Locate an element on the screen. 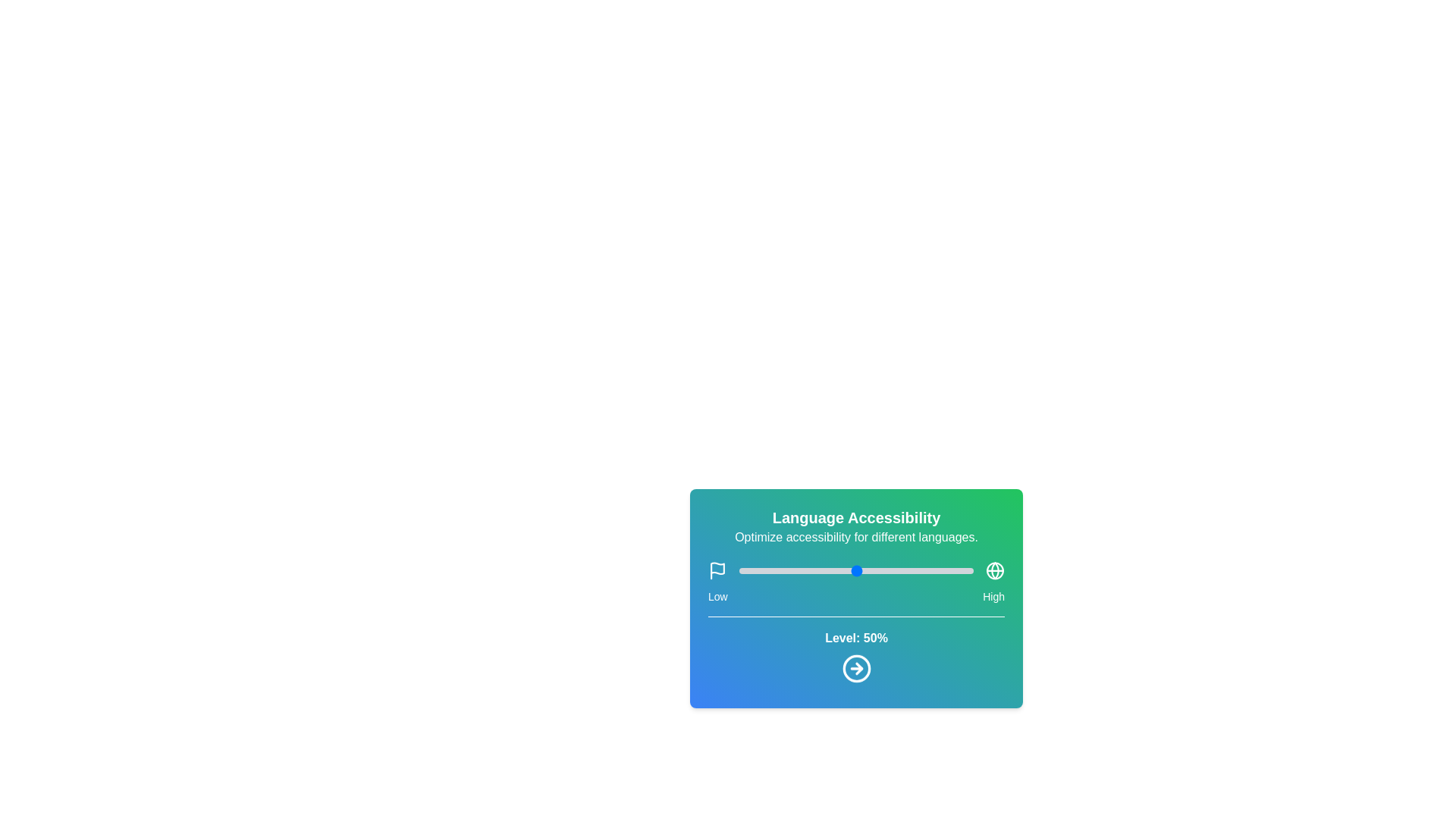 The height and width of the screenshot is (819, 1456). the slider to set the language accessibility level to 52% is located at coordinates (861, 570).